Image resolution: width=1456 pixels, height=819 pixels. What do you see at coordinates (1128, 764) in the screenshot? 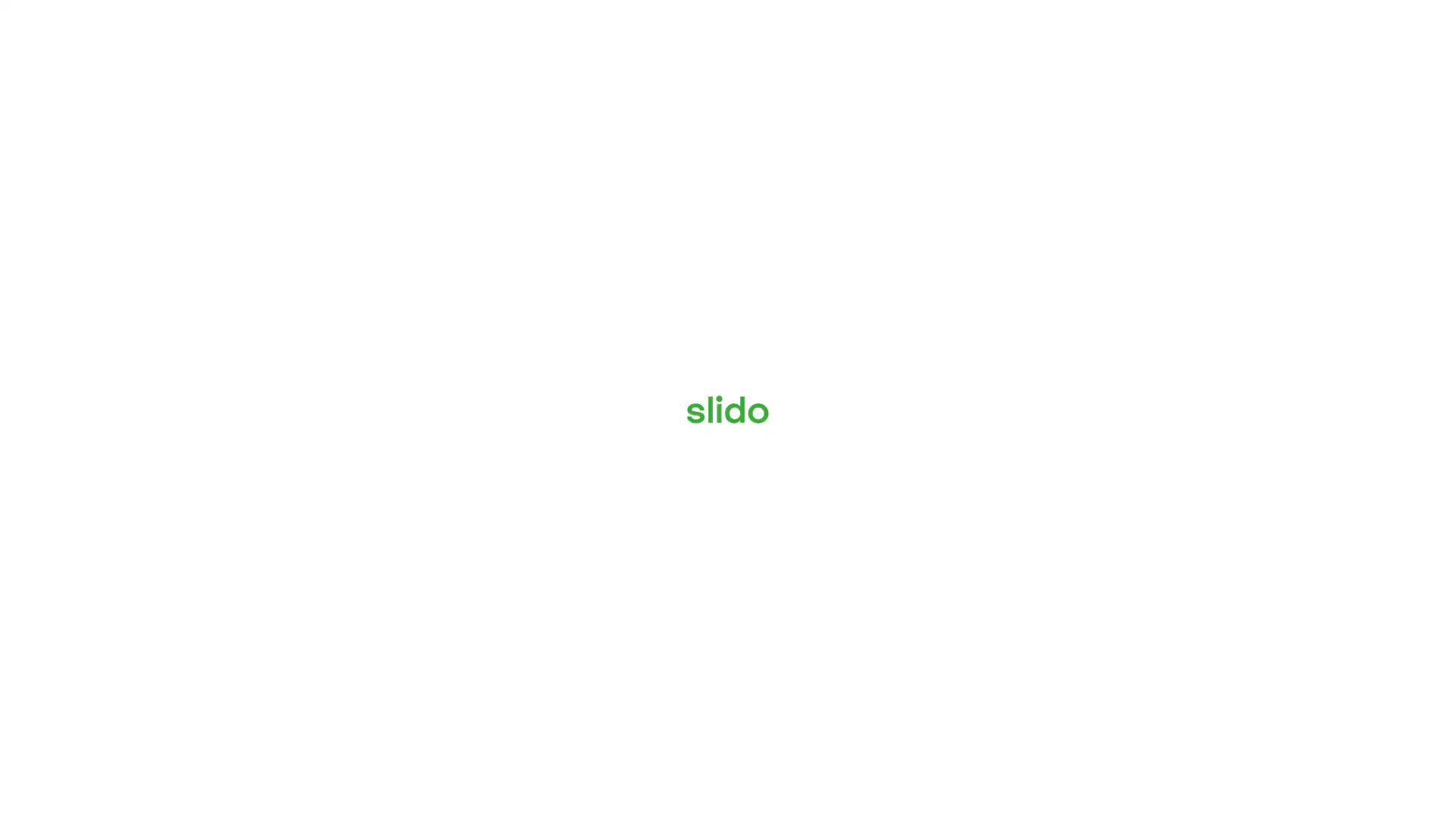
I see `Reply` at bounding box center [1128, 764].